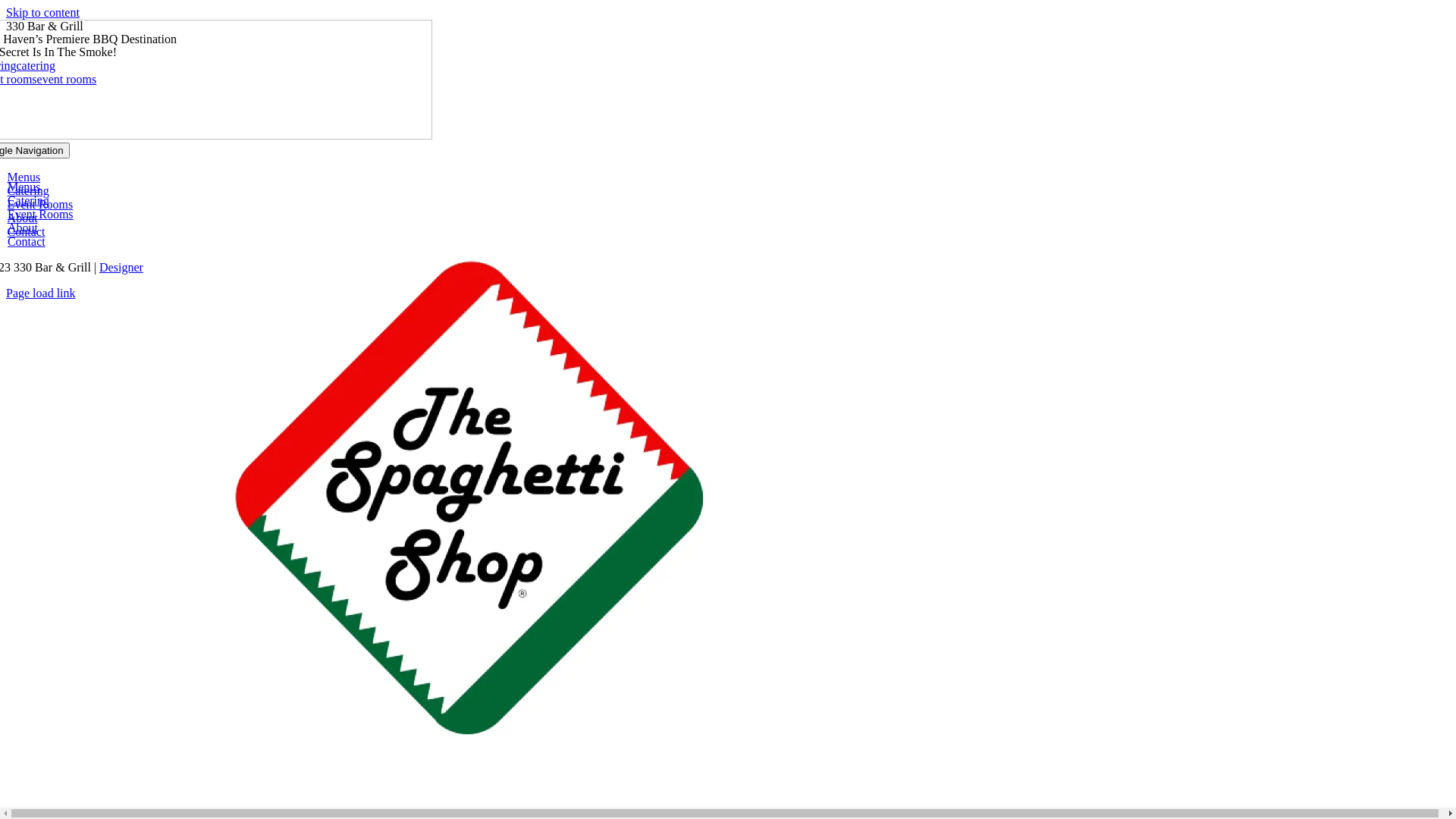 Image resolution: width=1456 pixels, height=819 pixels. I want to click on 'Skip to content', so click(42, 12).